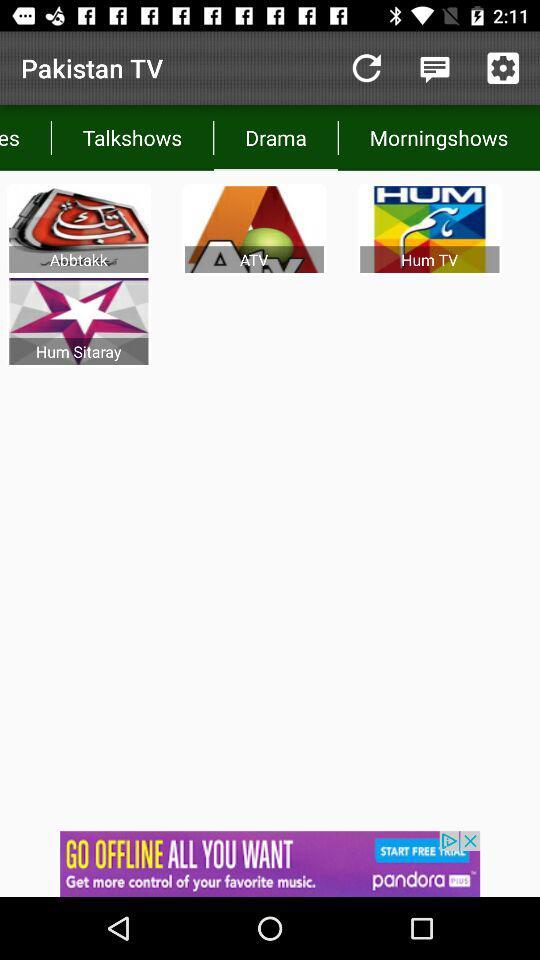  What do you see at coordinates (270, 863) in the screenshot?
I see `notifications` at bounding box center [270, 863].